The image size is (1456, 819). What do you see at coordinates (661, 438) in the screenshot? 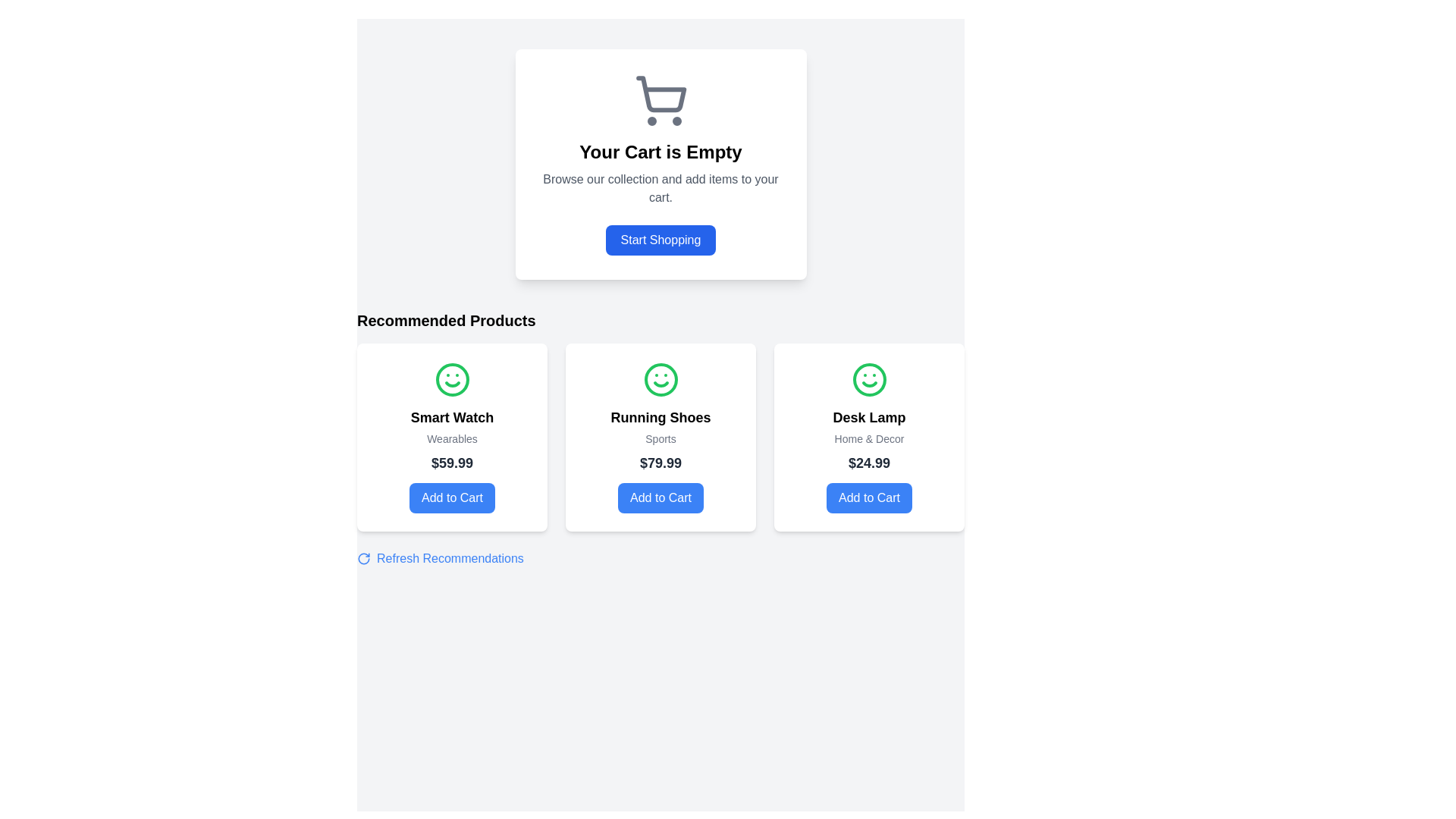
I see `the non-interactive Text Label that describes the product category for 'Running Shoes' located under 'Recommended Products', positioned between the product name and the price` at bounding box center [661, 438].